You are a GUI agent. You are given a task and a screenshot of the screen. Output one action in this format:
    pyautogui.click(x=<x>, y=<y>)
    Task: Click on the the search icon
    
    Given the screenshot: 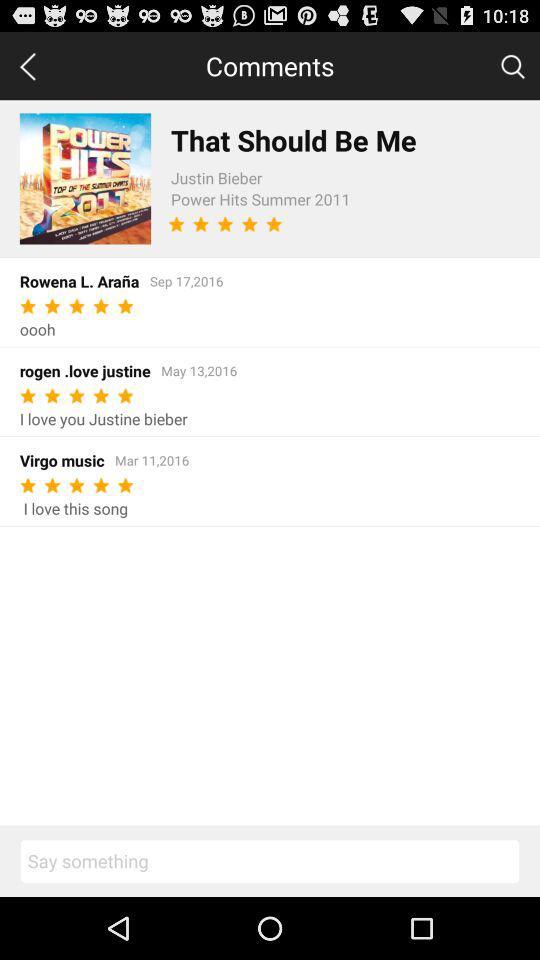 What is the action you would take?
    pyautogui.click(x=512, y=70)
    